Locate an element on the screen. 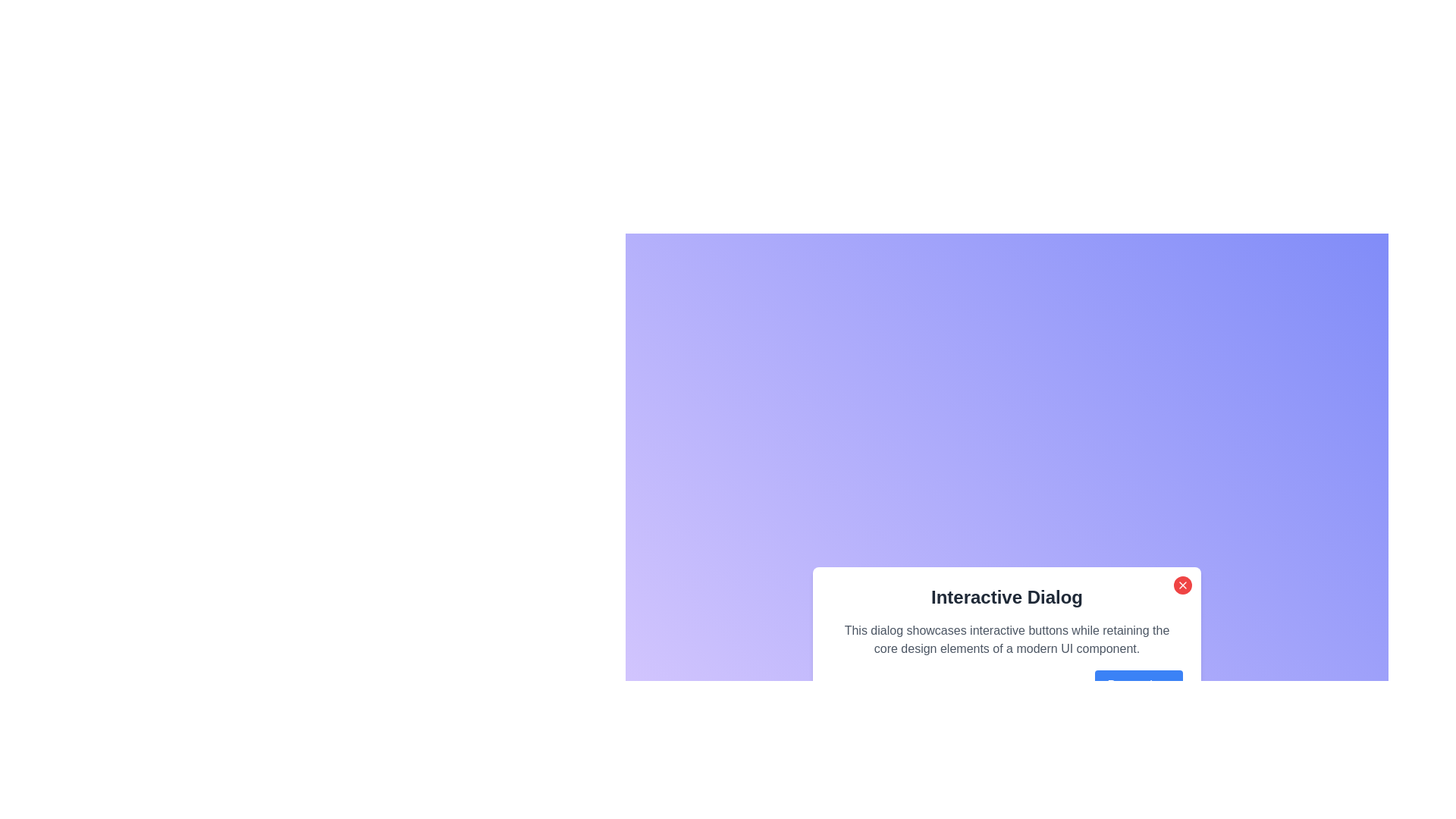  the 'Interactive Dialog' text header to initiate the related action is located at coordinates (1007, 596).